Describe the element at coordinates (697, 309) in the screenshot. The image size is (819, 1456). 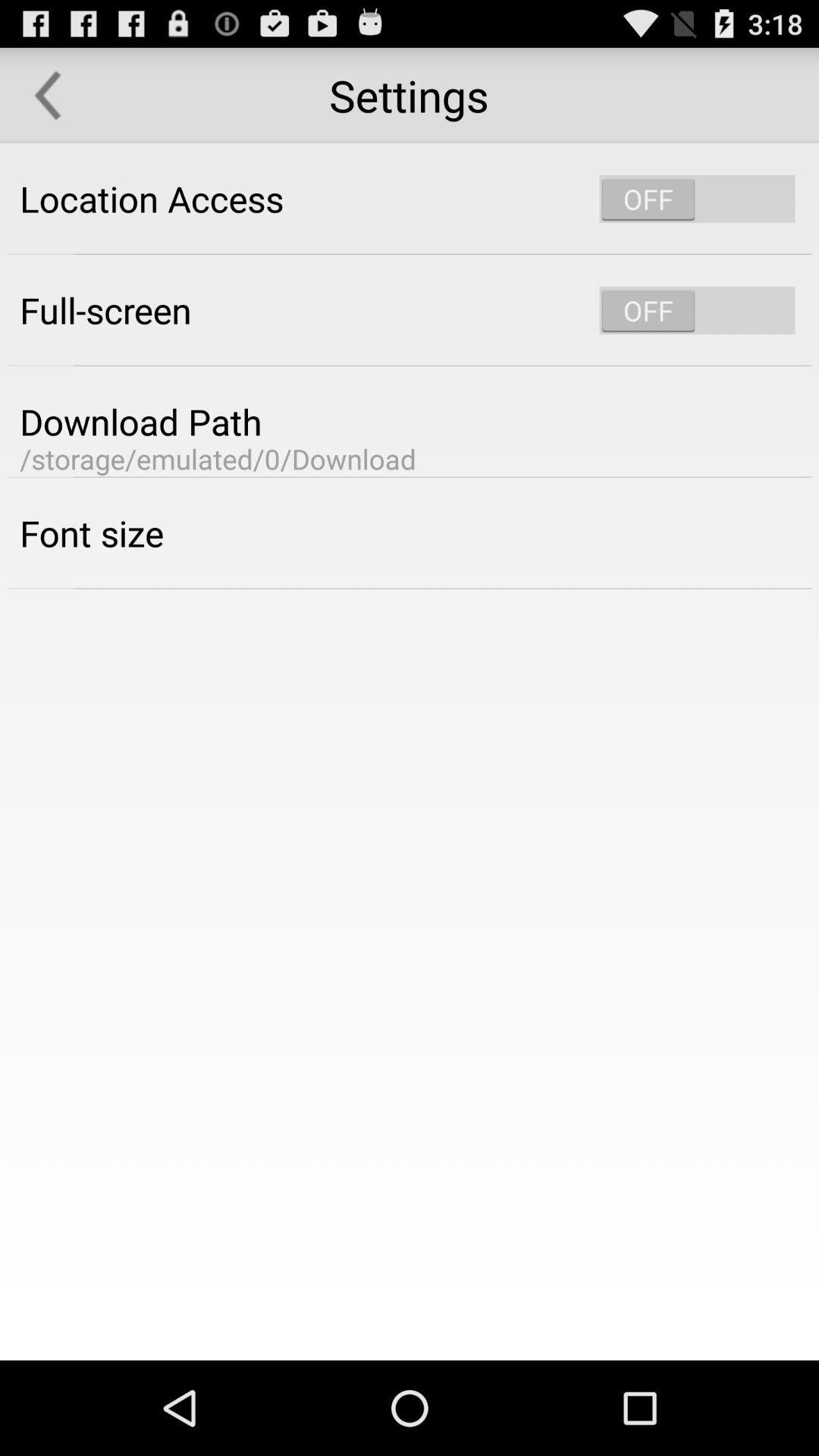
I see `icon to the right of full-screen app` at that location.